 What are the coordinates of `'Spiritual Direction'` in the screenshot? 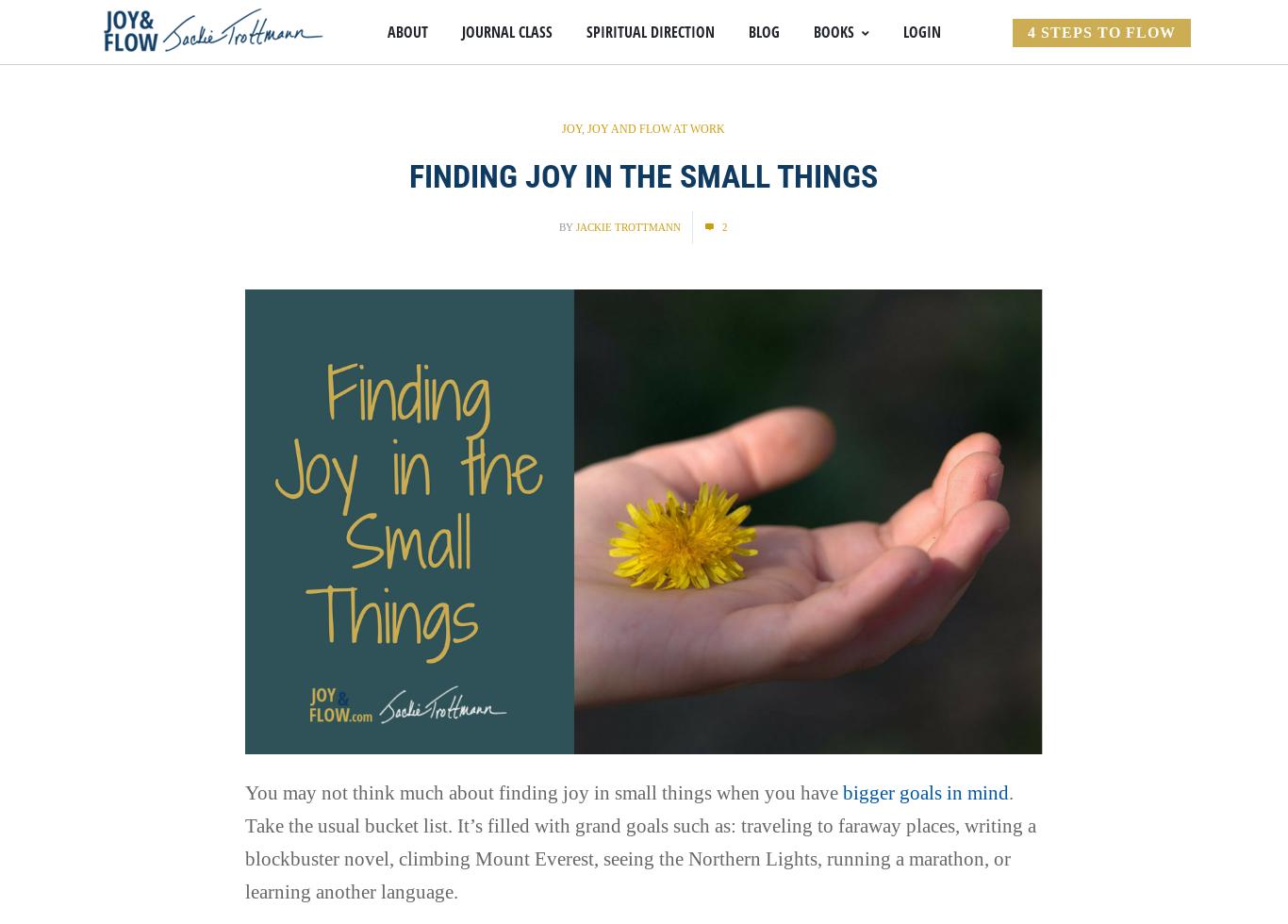 It's located at (585, 32).